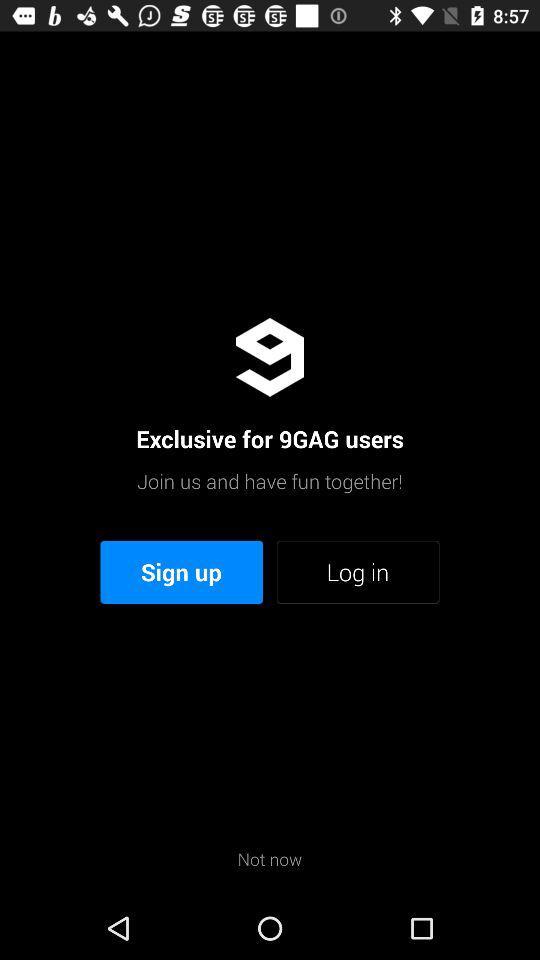 This screenshot has height=960, width=540. I want to click on log in, so click(357, 572).